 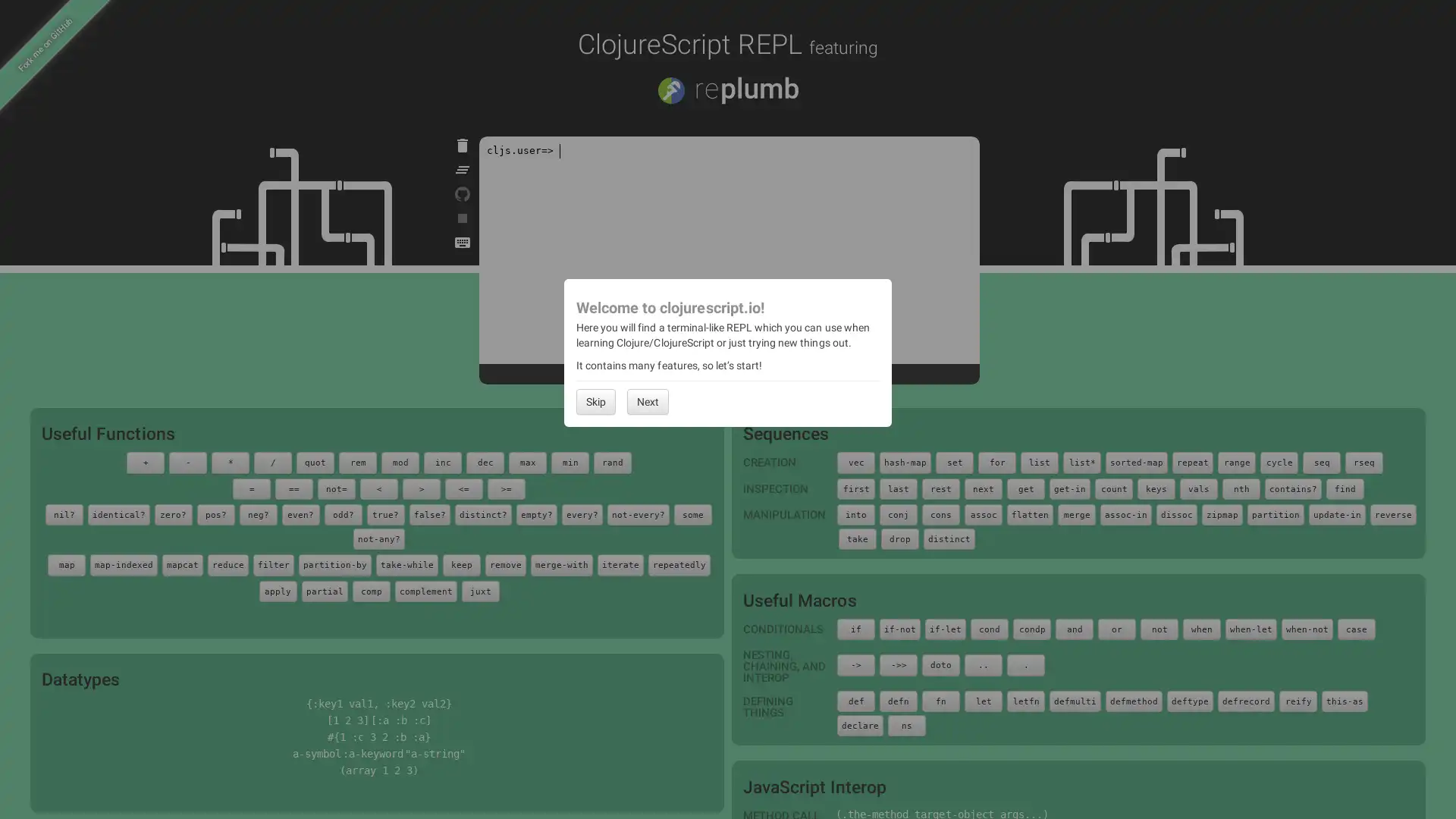 I want to click on defmulti, so click(x=1074, y=701).